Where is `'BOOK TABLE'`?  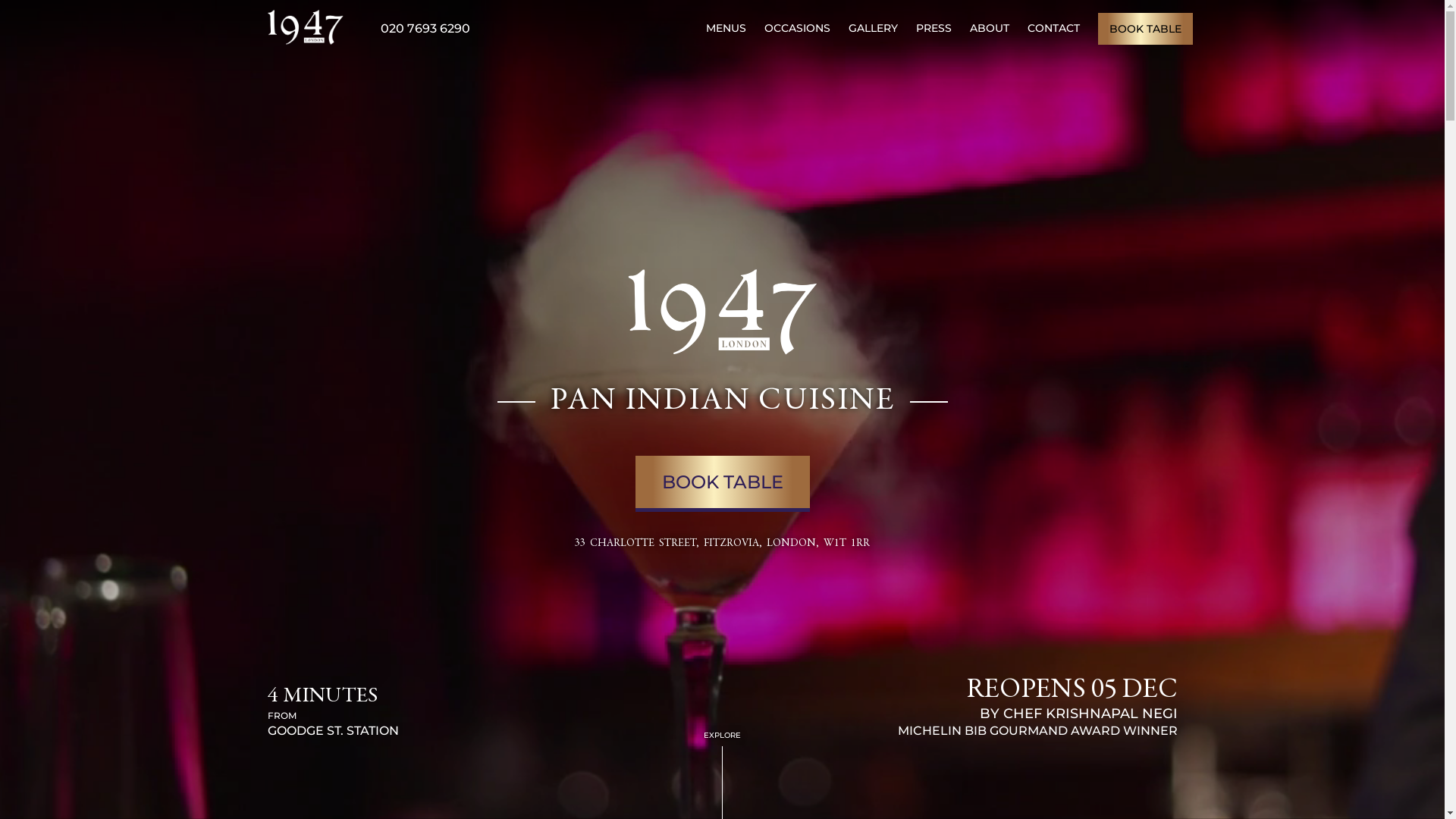
'BOOK TABLE' is located at coordinates (1144, 28).